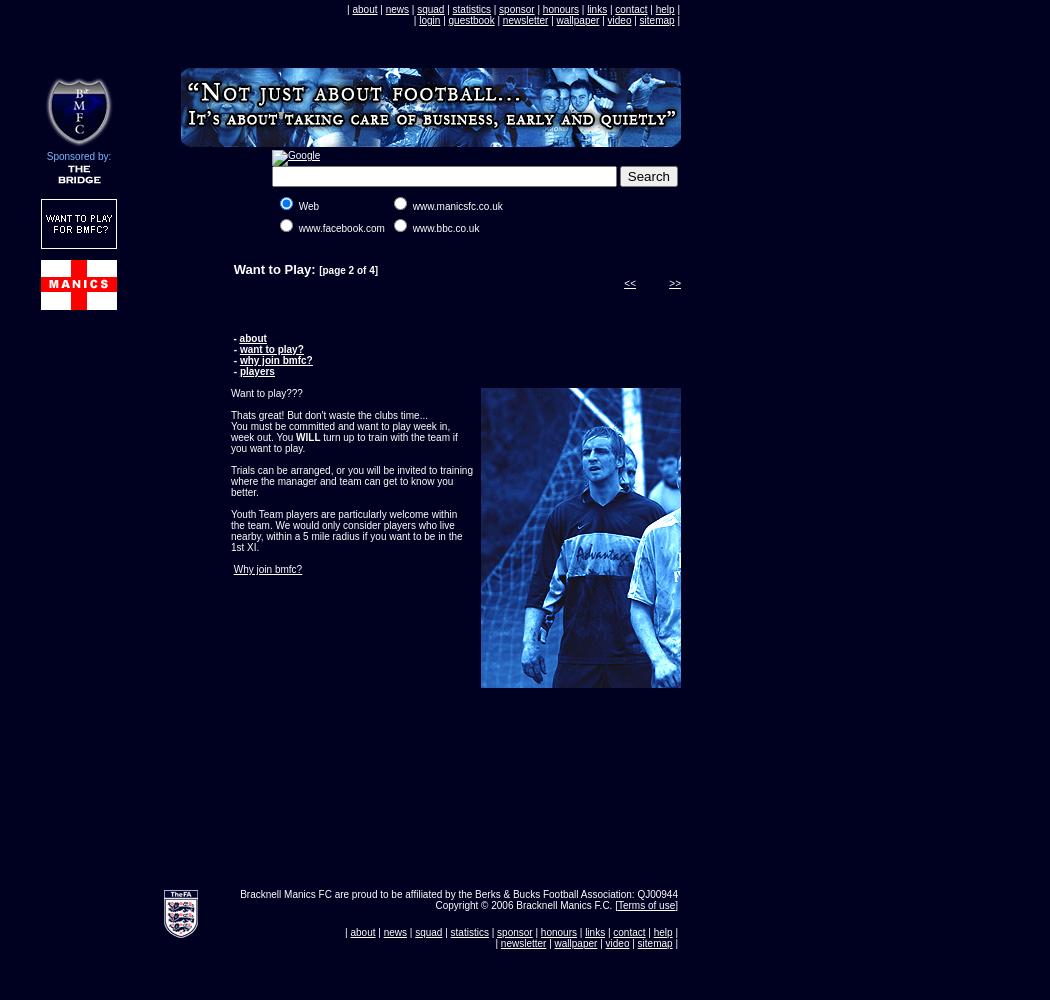 This screenshot has height=1000, width=1050. Describe the element at coordinates (631, 9) in the screenshot. I see `'contact'` at that location.